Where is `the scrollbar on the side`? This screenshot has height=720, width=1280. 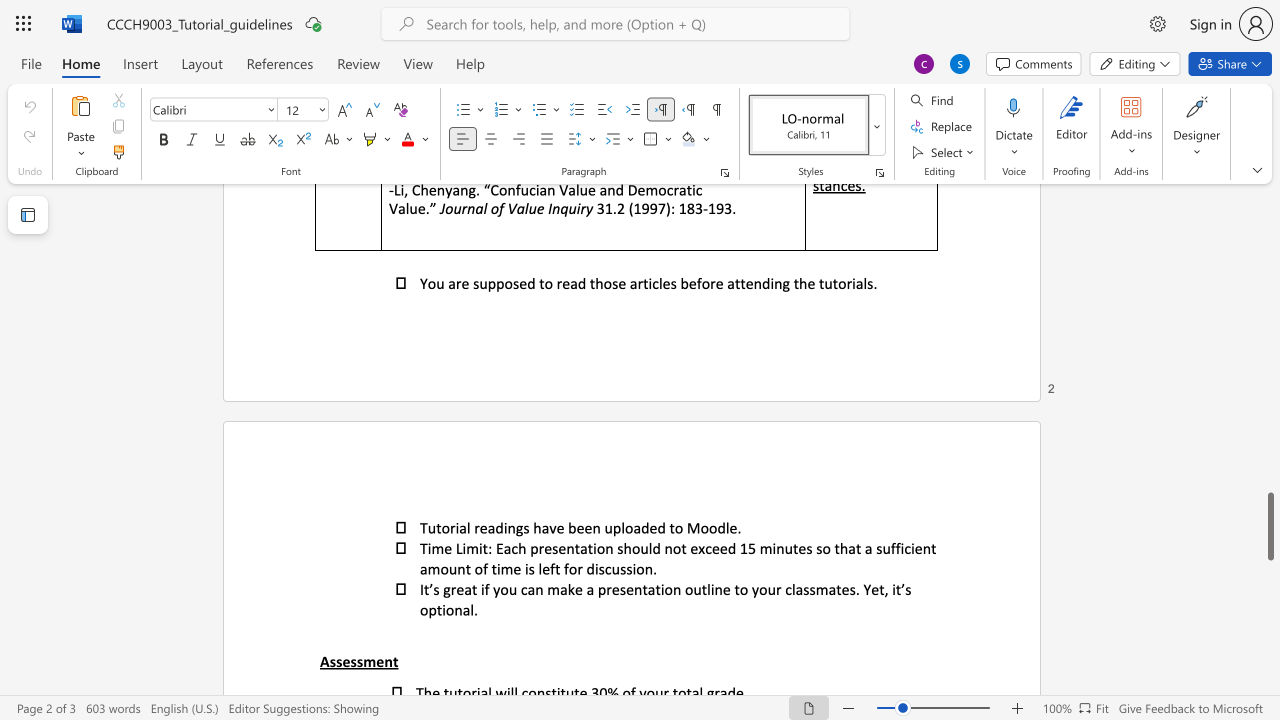 the scrollbar on the side is located at coordinates (1269, 310).